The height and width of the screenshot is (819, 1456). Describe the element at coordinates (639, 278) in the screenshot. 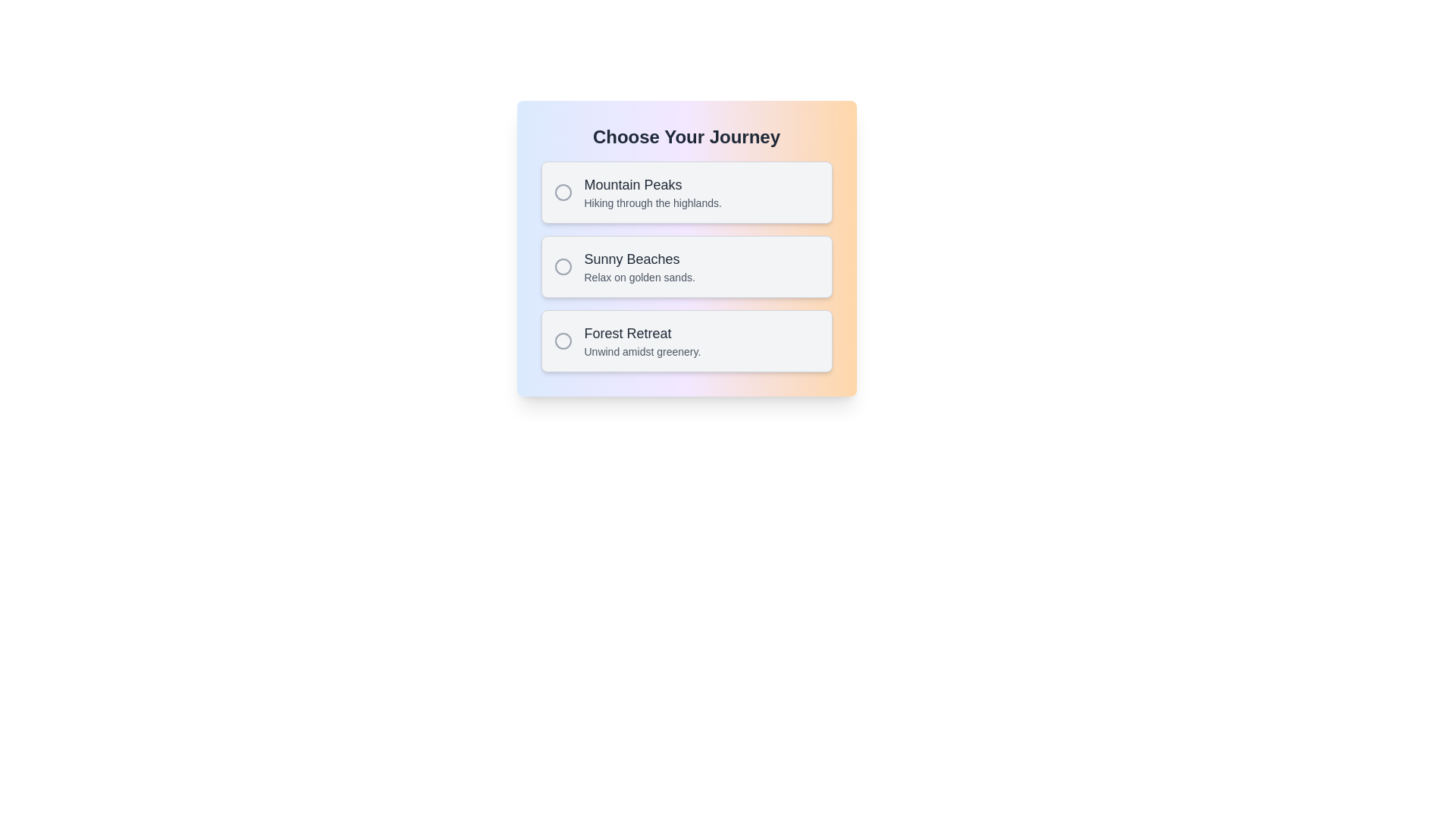

I see `the text label that provides a description for the option labeled 'Sunny Beaches', located directly below the 'Sunny Beaches' text and vertically centered in the second selectable option row` at that location.